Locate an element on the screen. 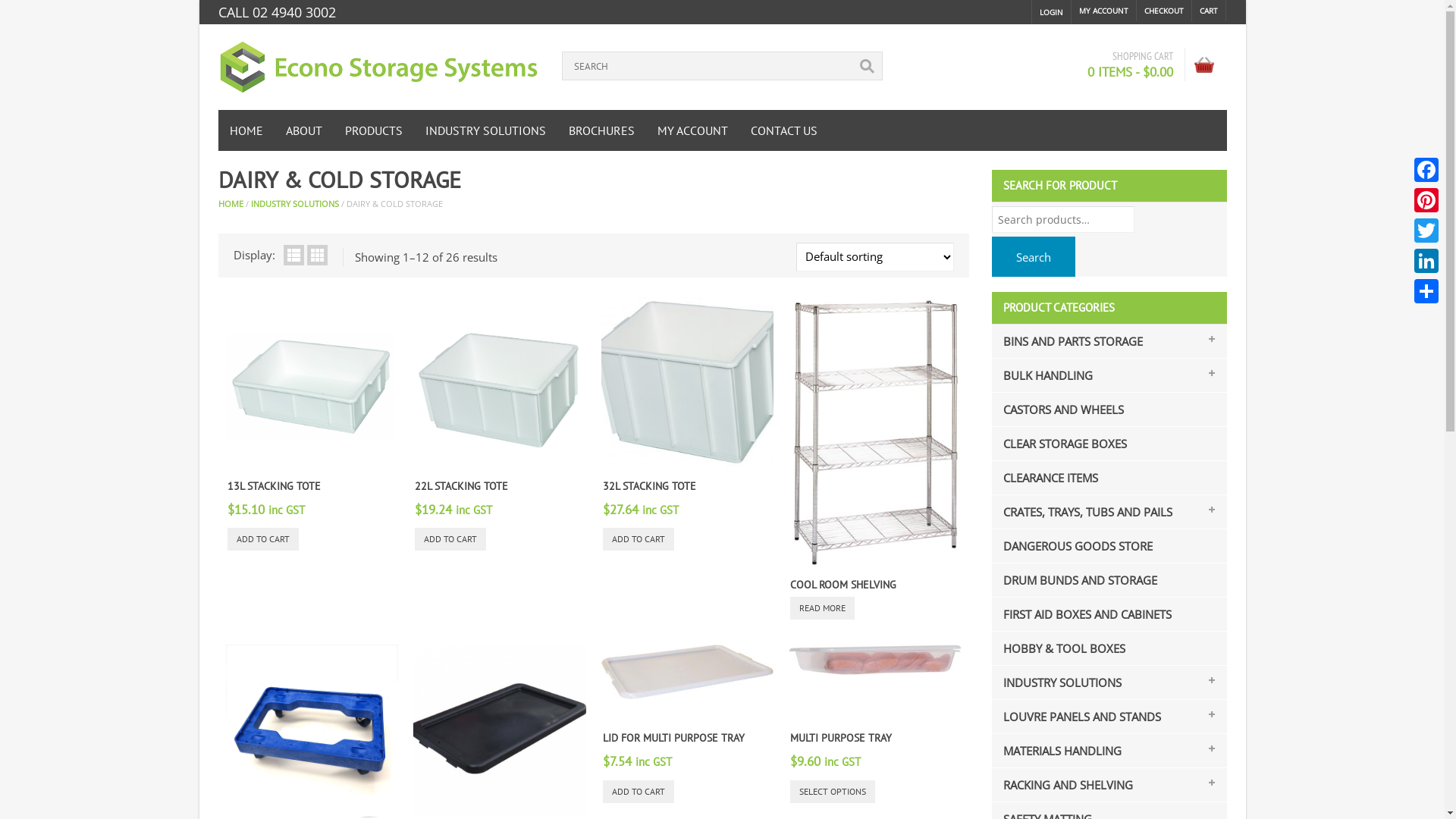  'DRUM BUNDS AND STORAGE' is located at coordinates (1074, 579).